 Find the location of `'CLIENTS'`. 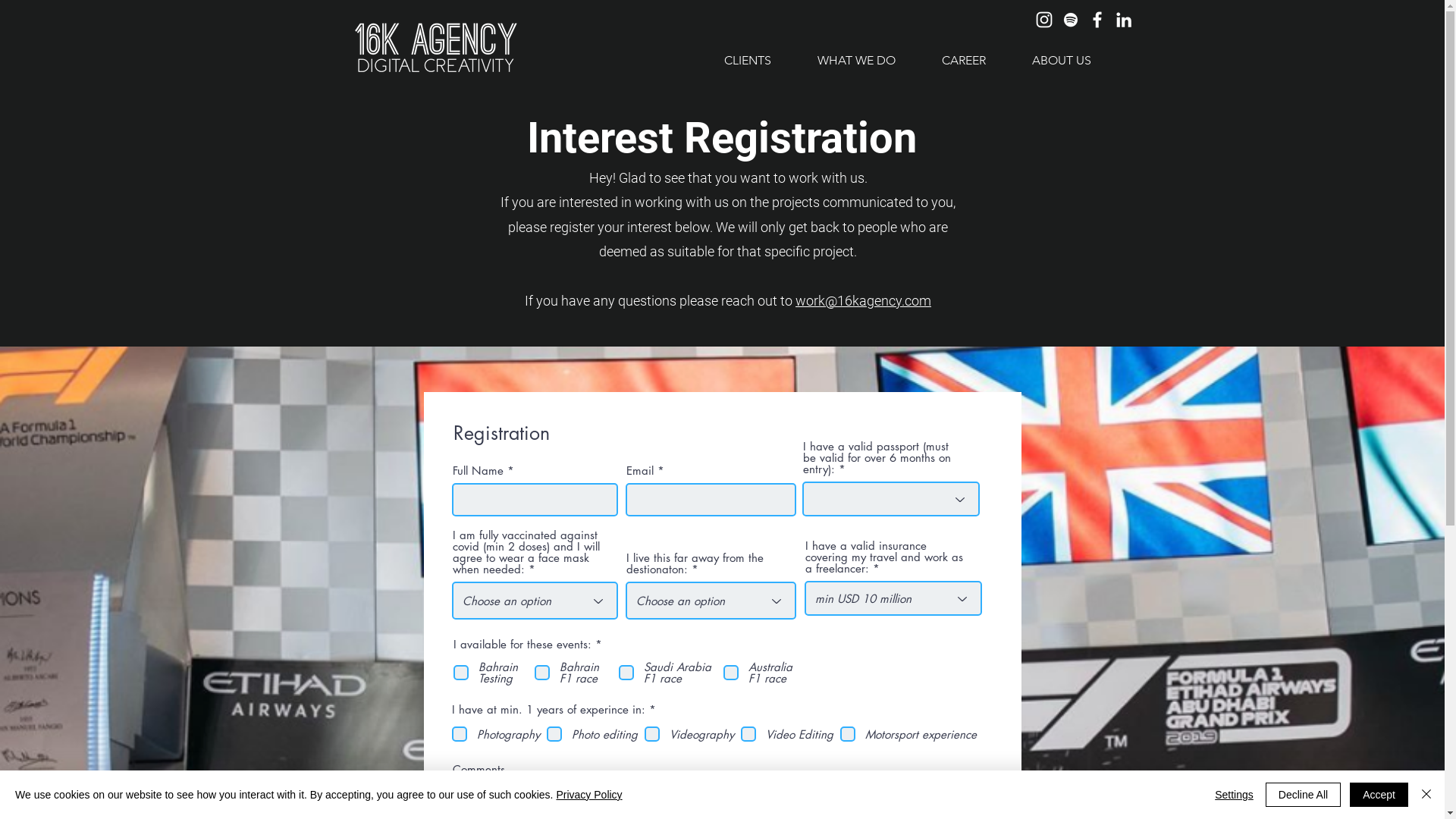

'CLIENTS' is located at coordinates (746, 59).